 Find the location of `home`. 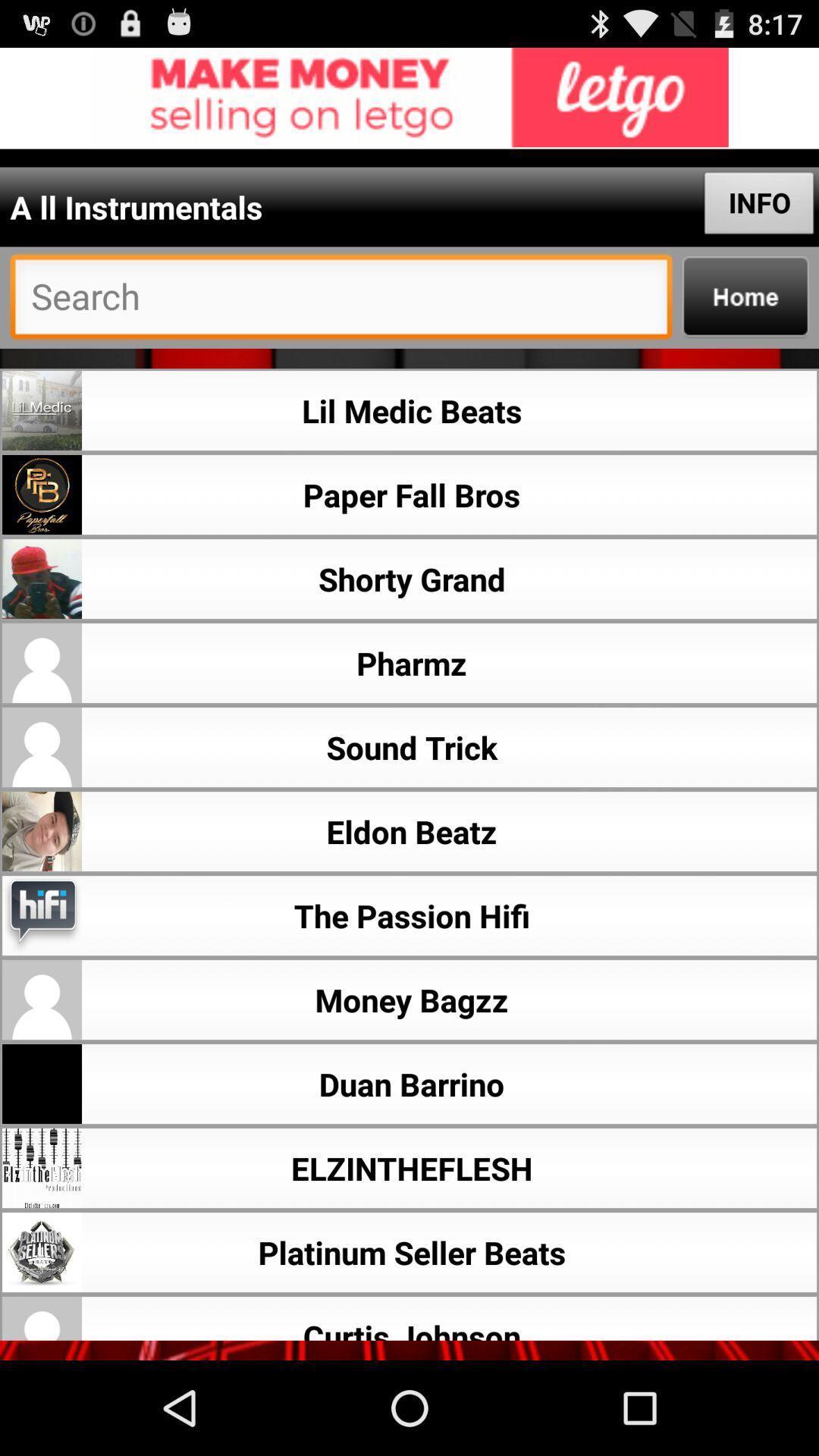

home is located at coordinates (745, 297).